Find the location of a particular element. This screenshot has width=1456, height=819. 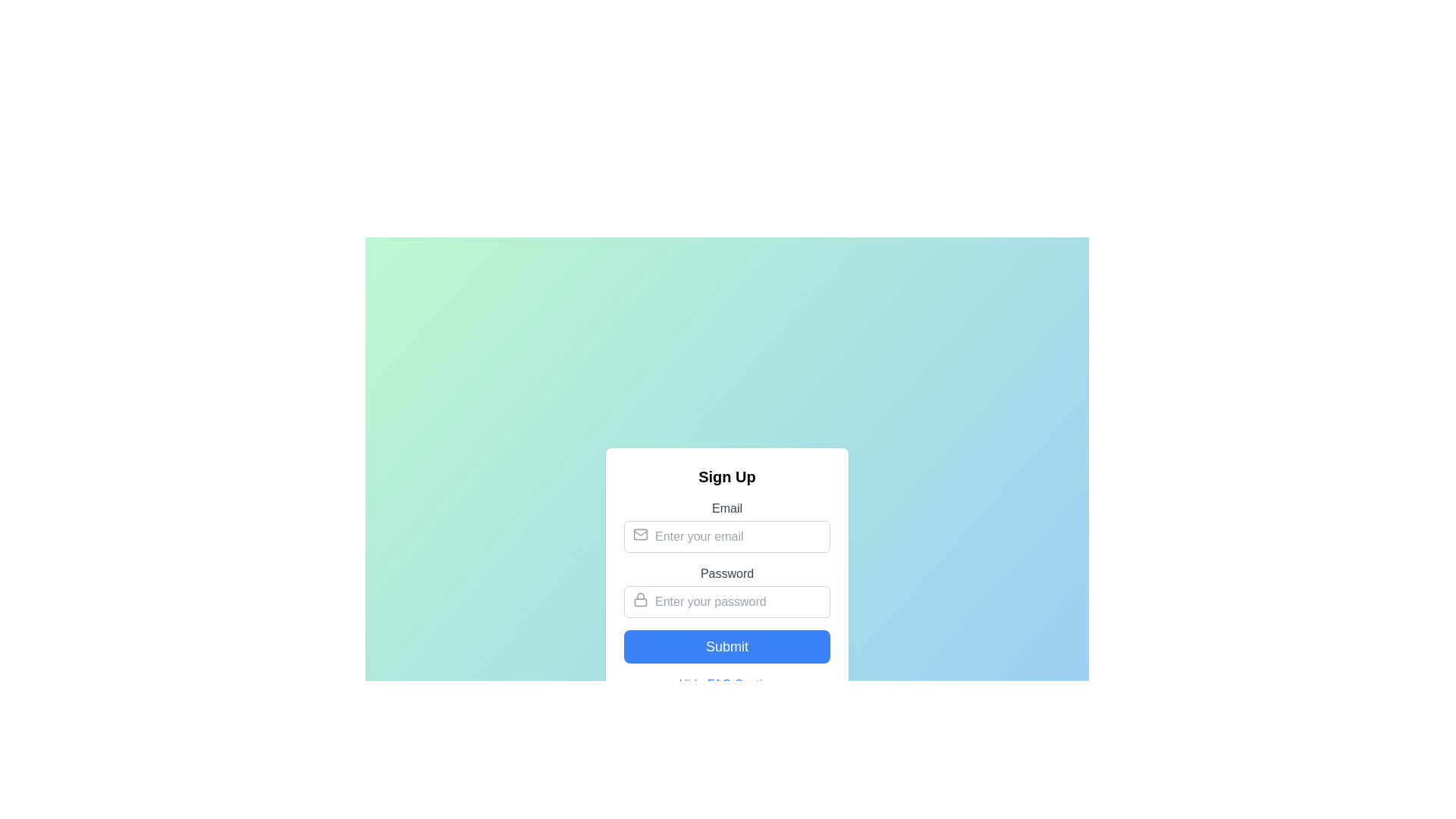

the SVG lock icon, which is a minimalist design indicating secure areas, located within the password input field's border on the left side is located at coordinates (640, 598).